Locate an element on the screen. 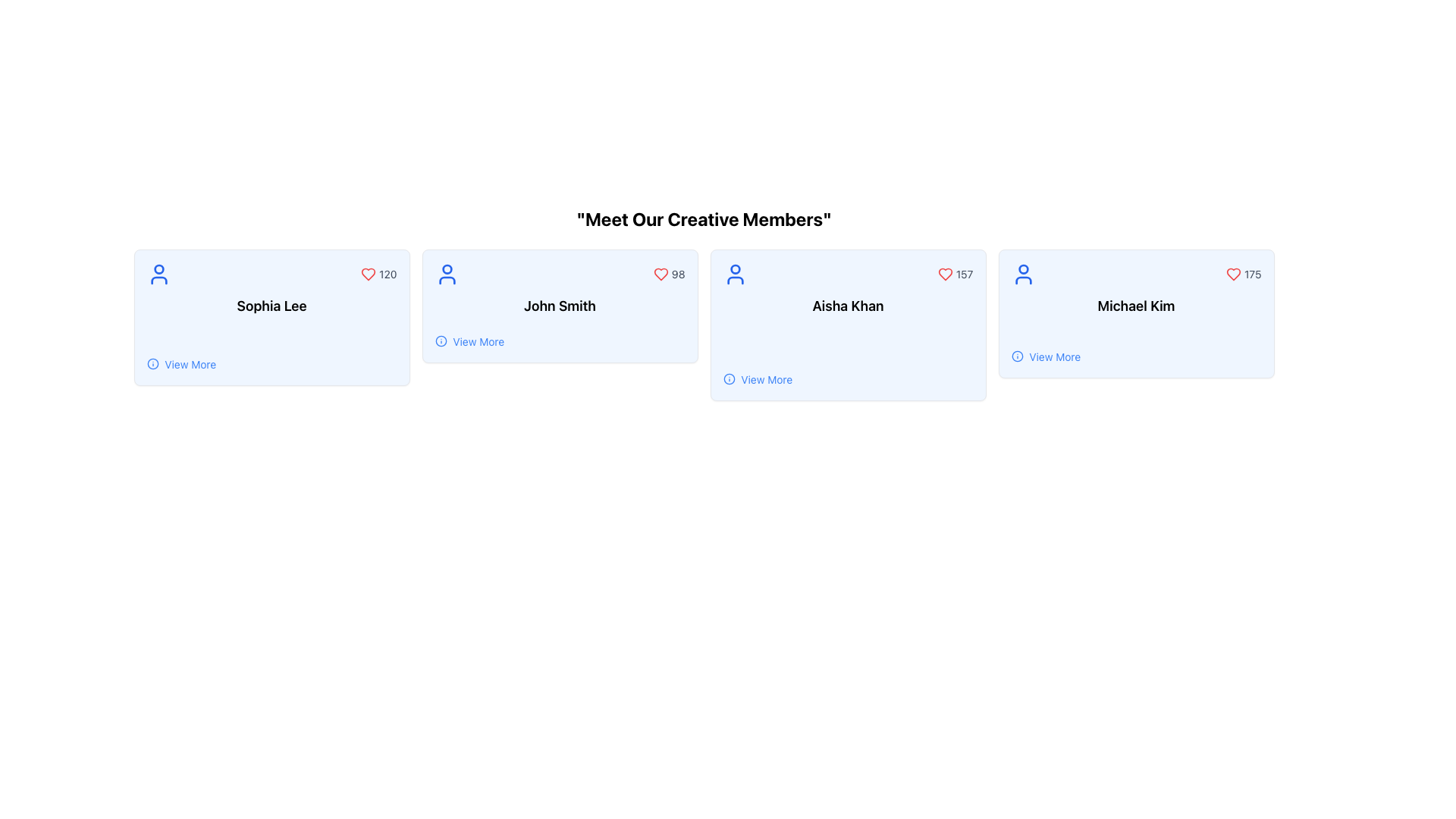 This screenshot has width=1456, height=819. the user icon located in the upper section of the card that displays a like count or similar metric, above the text 'Aisha Khan' is located at coordinates (847, 275).